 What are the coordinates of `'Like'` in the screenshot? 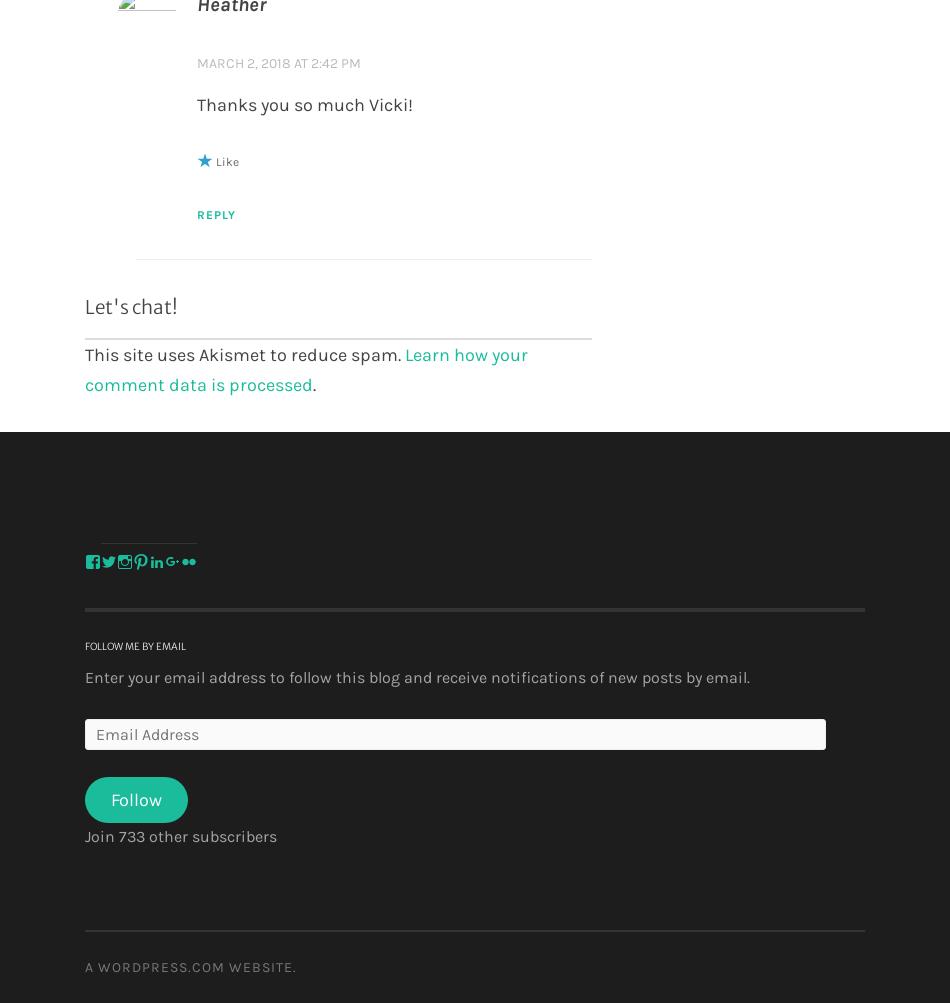 It's located at (226, 160).